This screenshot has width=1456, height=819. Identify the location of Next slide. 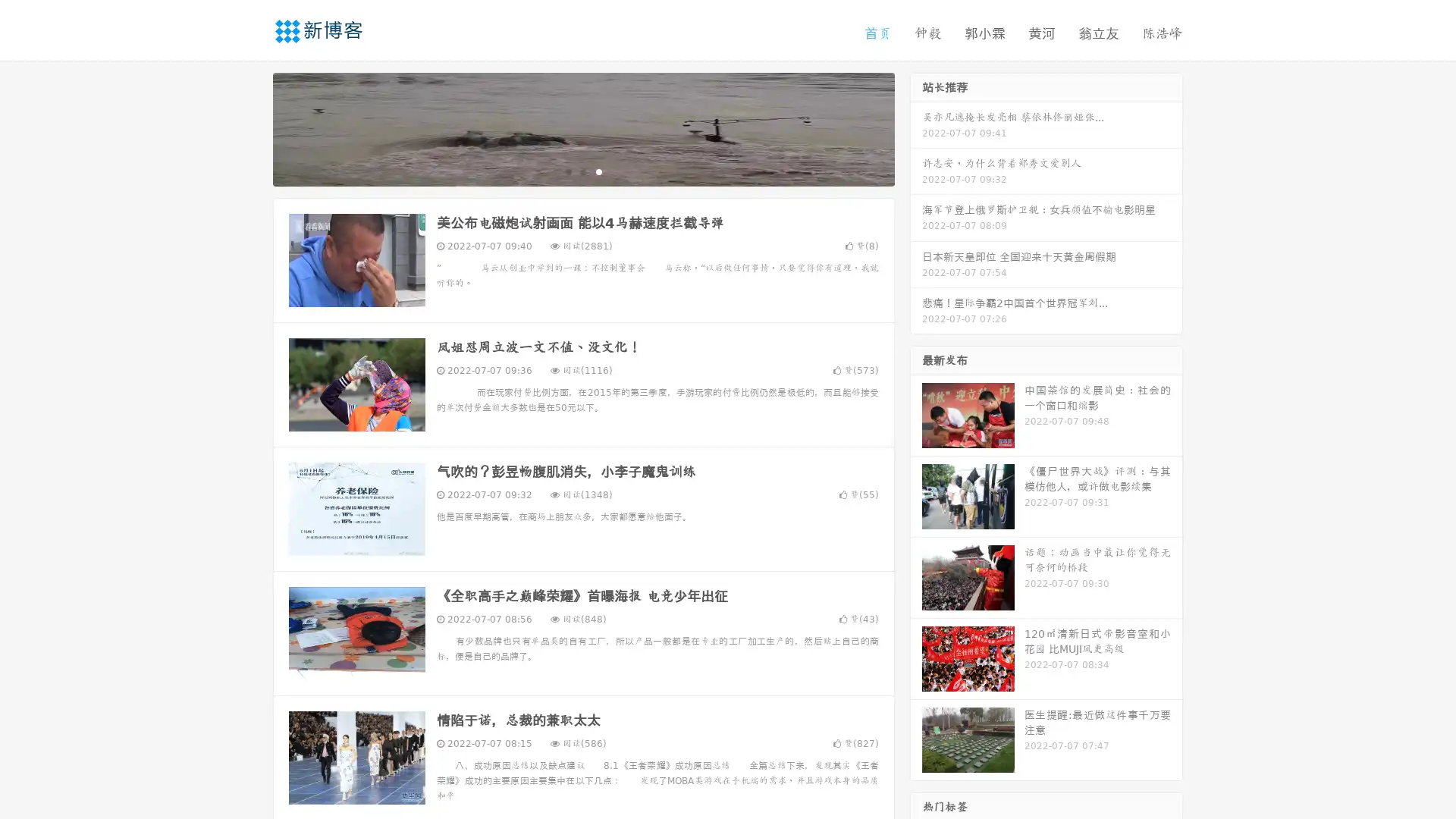
(916, 127).